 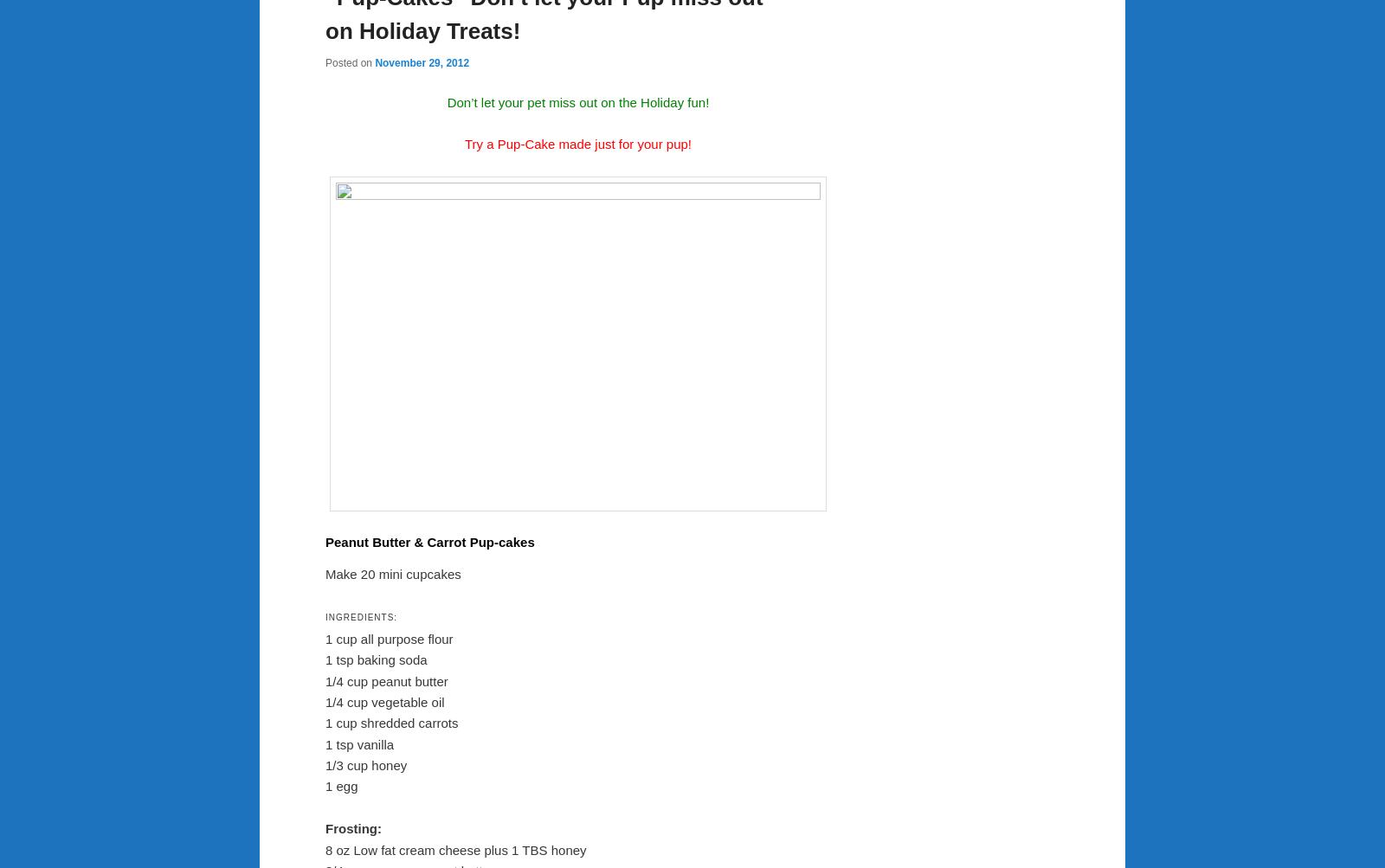 What do you see at coordinates (358, 743) in the screenshot?
I see `'1 tsp vanilla'` at bounding box center [358, 743].